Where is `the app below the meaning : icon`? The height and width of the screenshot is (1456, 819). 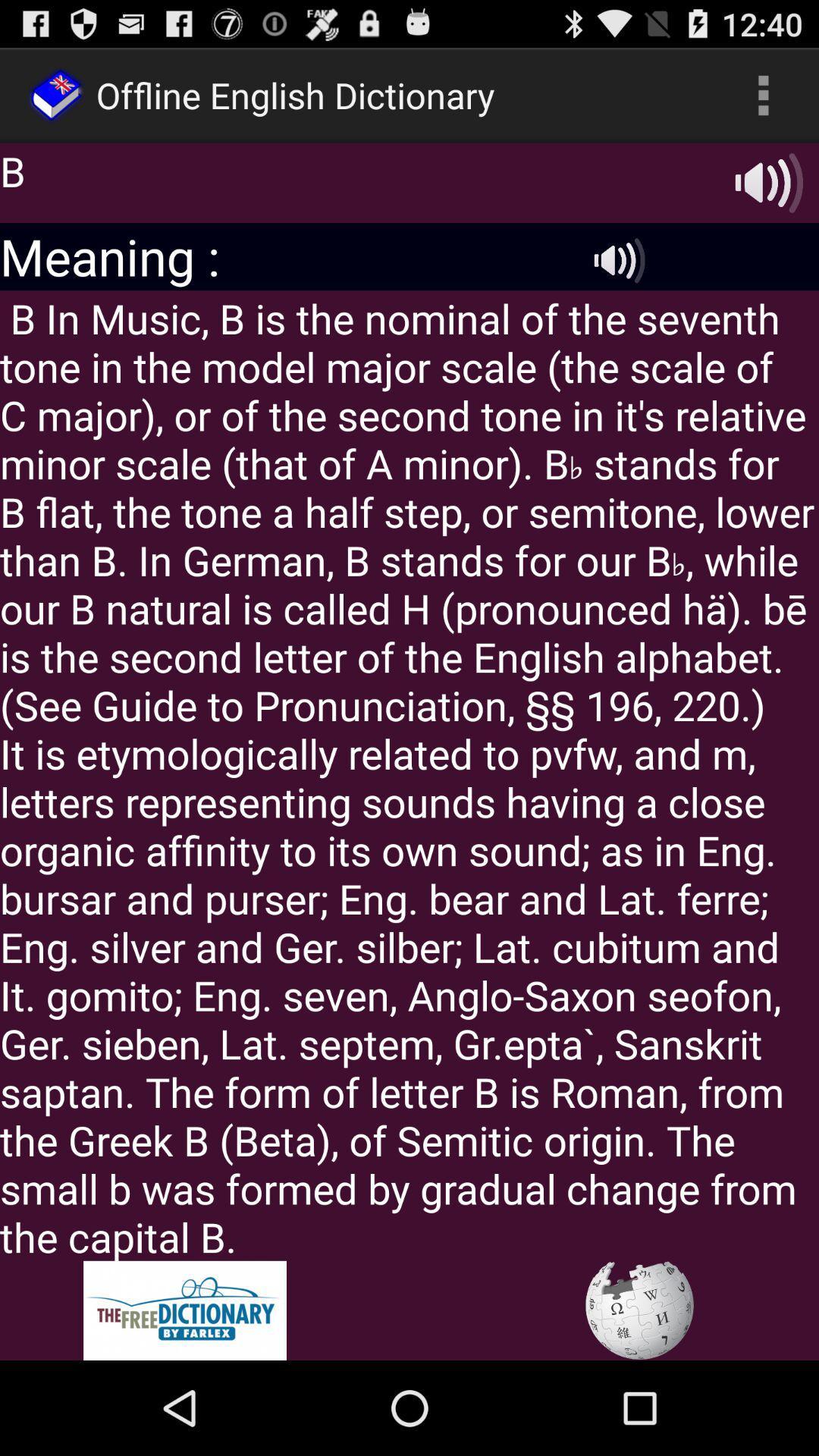
the app below the meaning : icon is located at coordinates (409, 775).